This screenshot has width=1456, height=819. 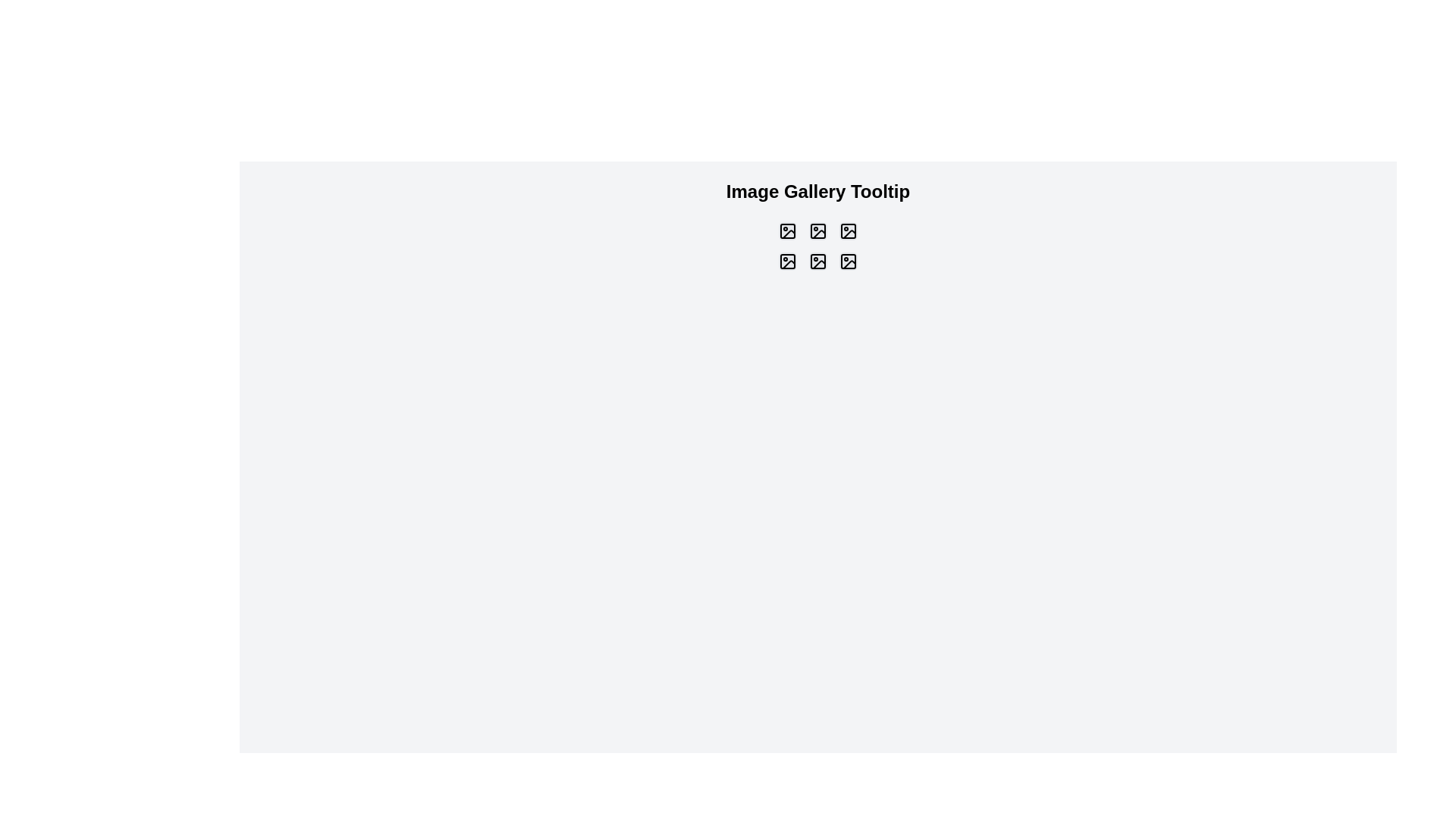 What do you see at coordinates (847, 231) in the screenshot?
I see `the image thumbnail` at bounding box center [847, 231].